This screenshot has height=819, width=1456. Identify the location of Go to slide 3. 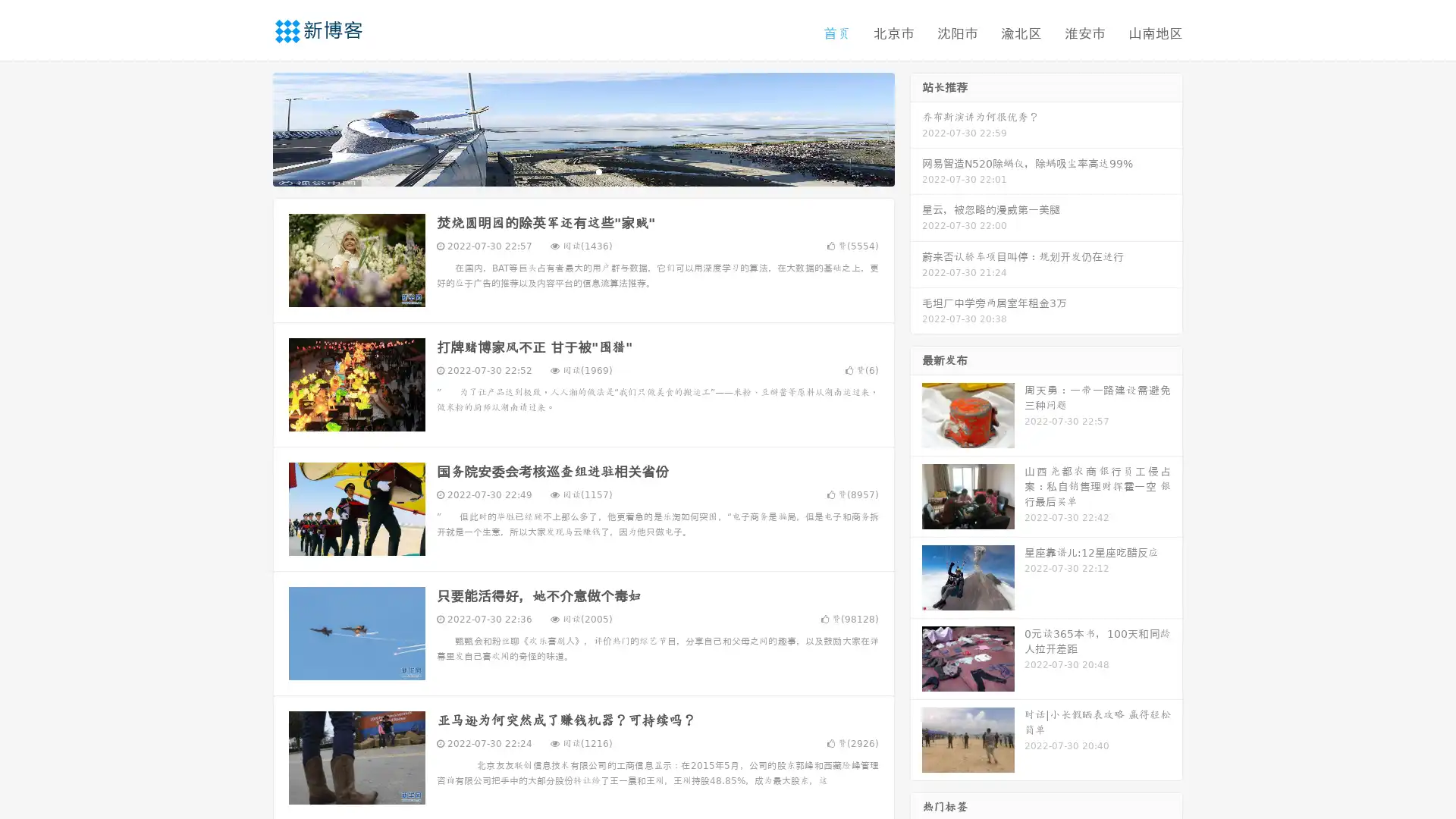
(598, 171).